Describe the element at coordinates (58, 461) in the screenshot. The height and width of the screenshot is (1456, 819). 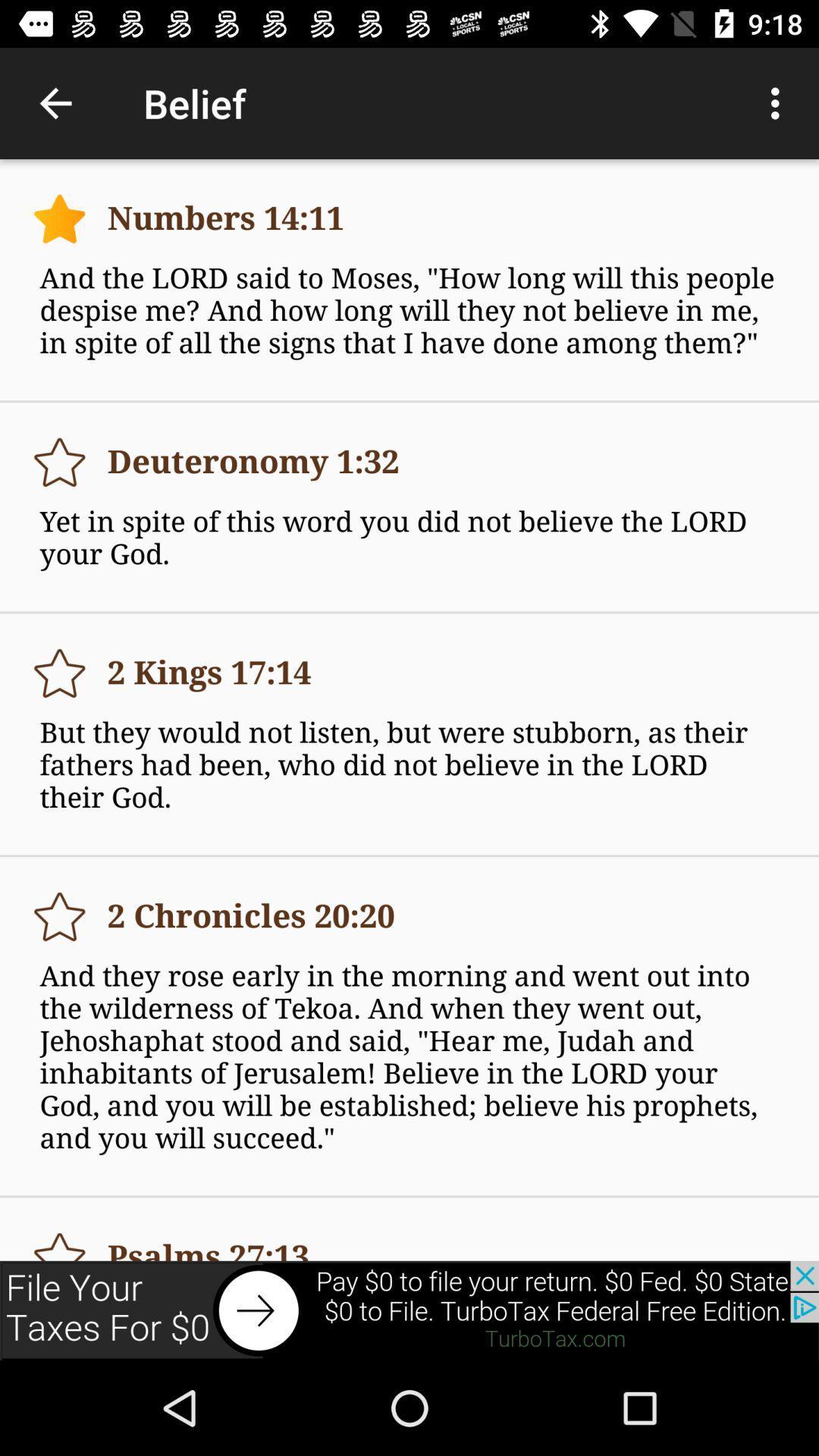
I see `the 2nd star icon on the top left side of the web page` at that location.